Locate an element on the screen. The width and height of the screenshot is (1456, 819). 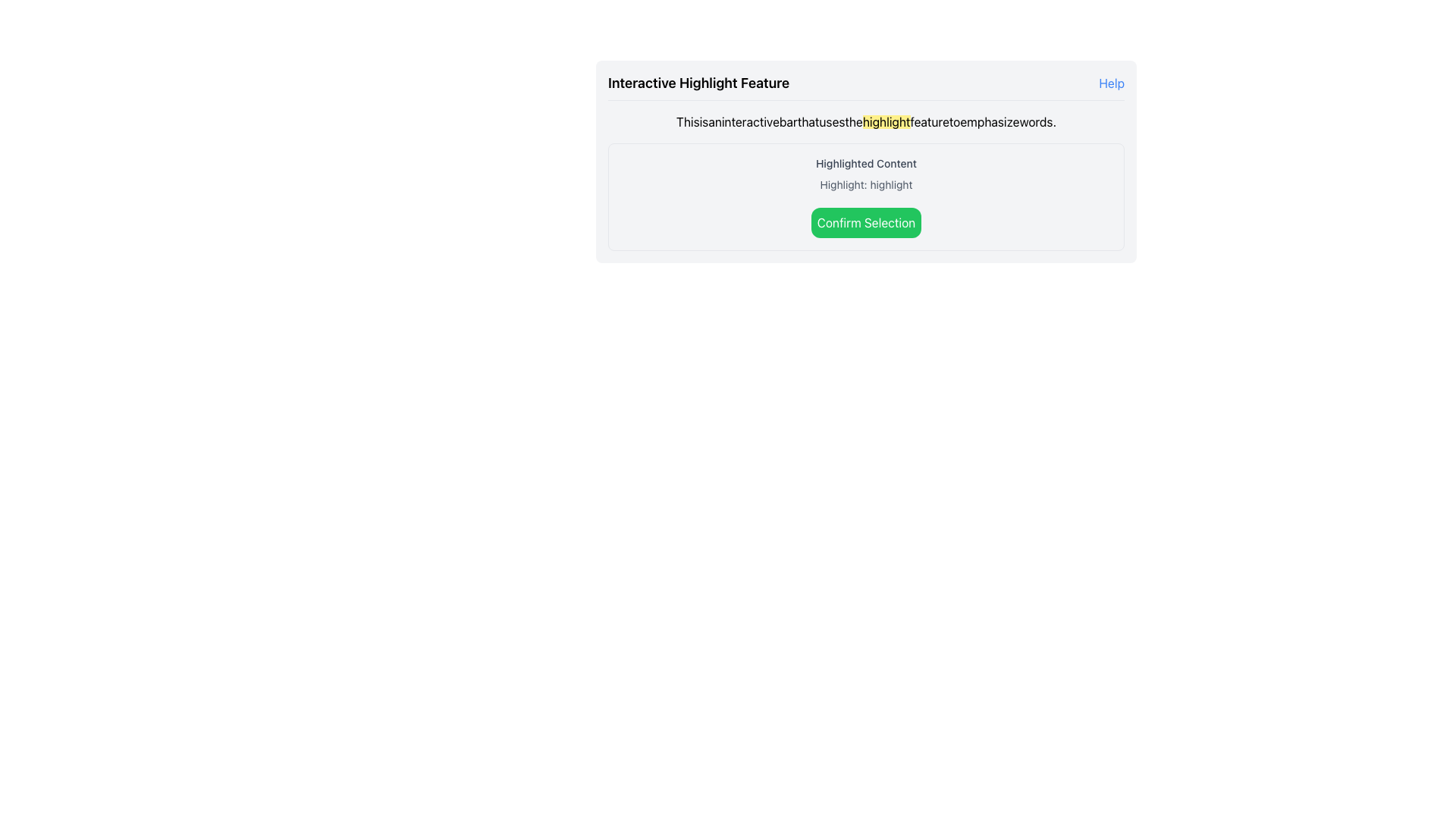
the word 'interactive' in the sentence 'This is an interactive bar that uses the highlight feature to emphasize words.' is located at coordinates (750, 121).